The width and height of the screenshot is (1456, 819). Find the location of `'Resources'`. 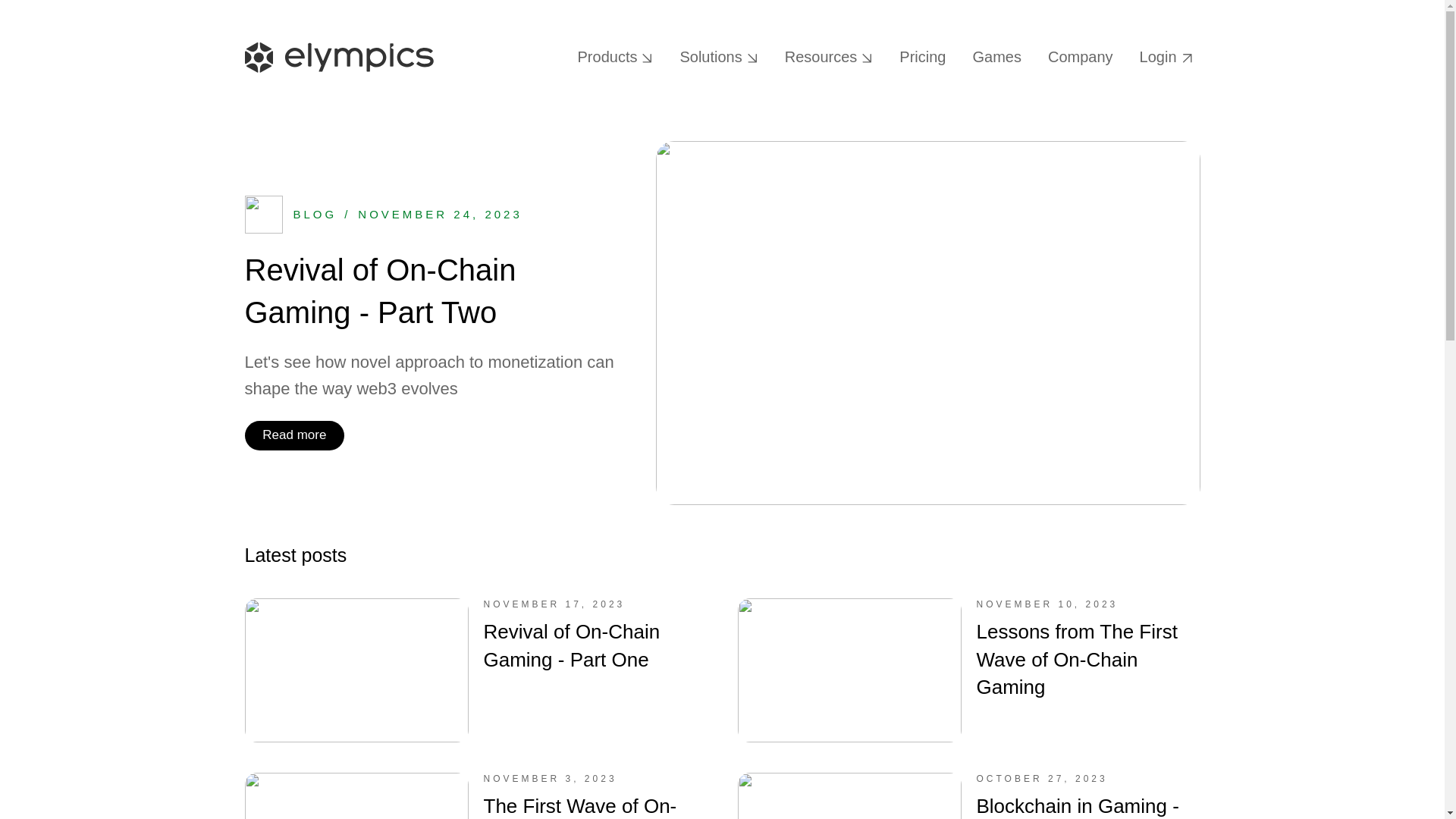

'Resources' is located at coordinates (828, 56).